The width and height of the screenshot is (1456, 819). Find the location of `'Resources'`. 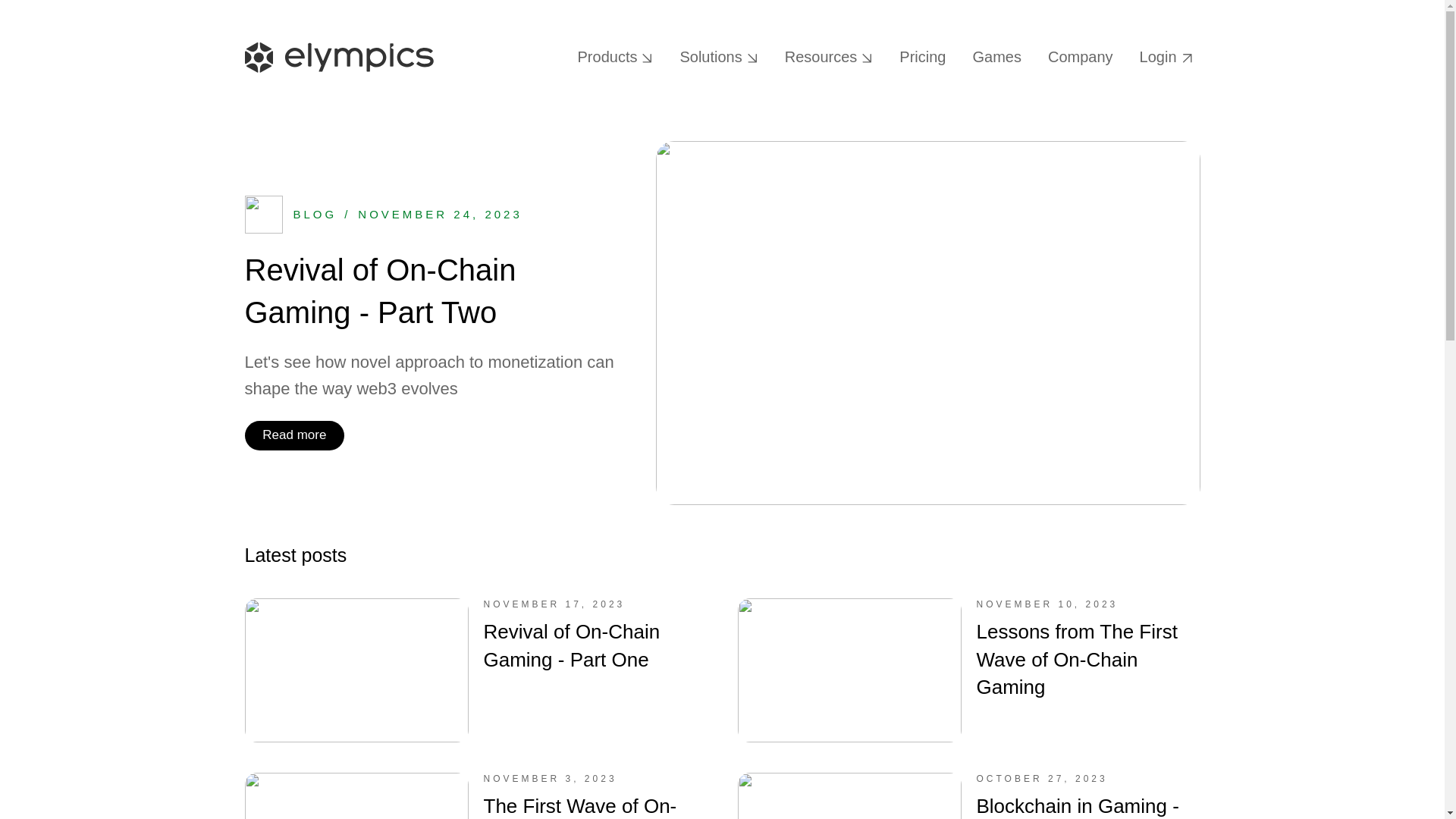

'Resources' is located at coordinates (828, 56).